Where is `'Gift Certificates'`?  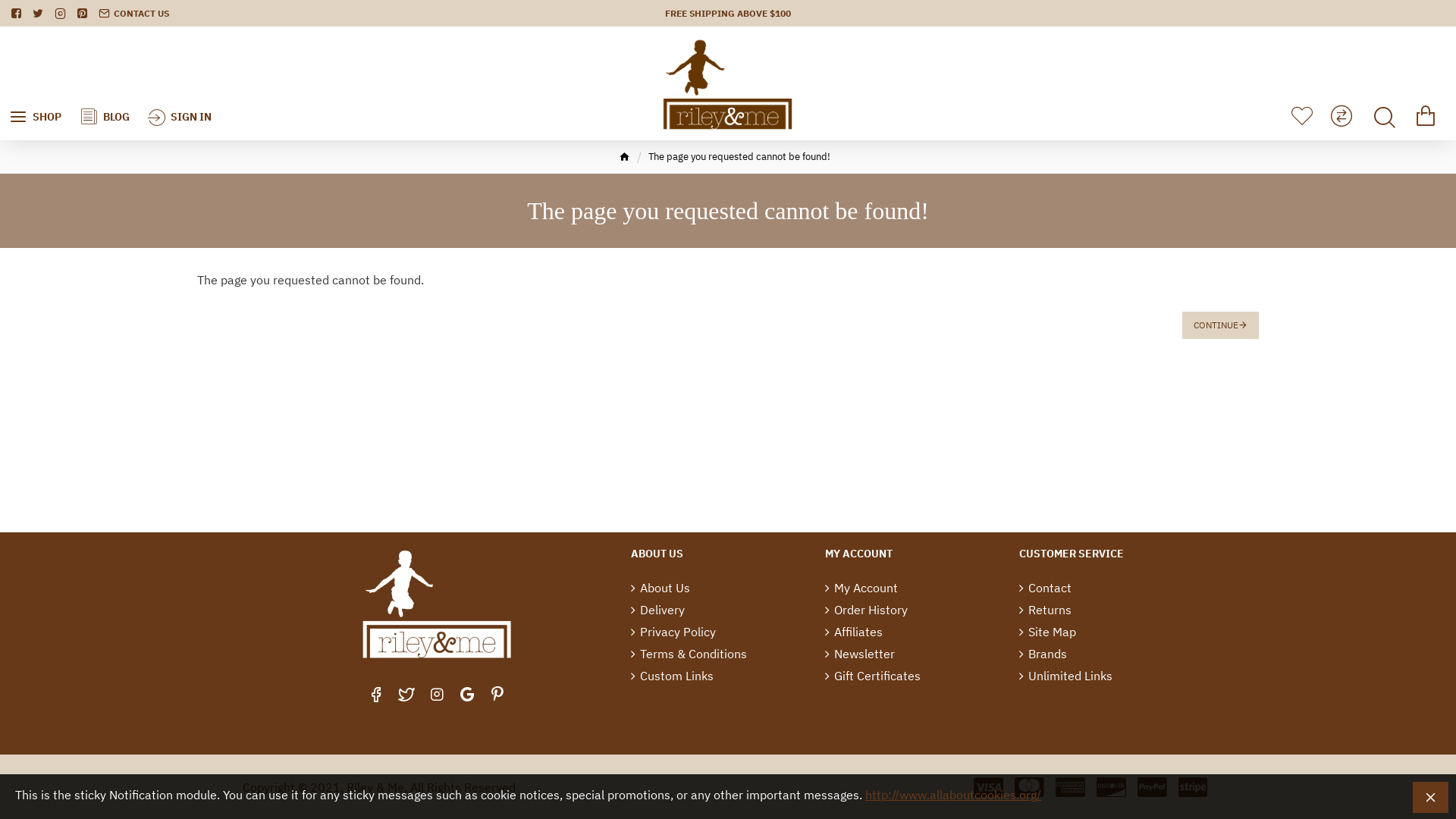 'Gift Certificates' is located at coordinates (873, 676).